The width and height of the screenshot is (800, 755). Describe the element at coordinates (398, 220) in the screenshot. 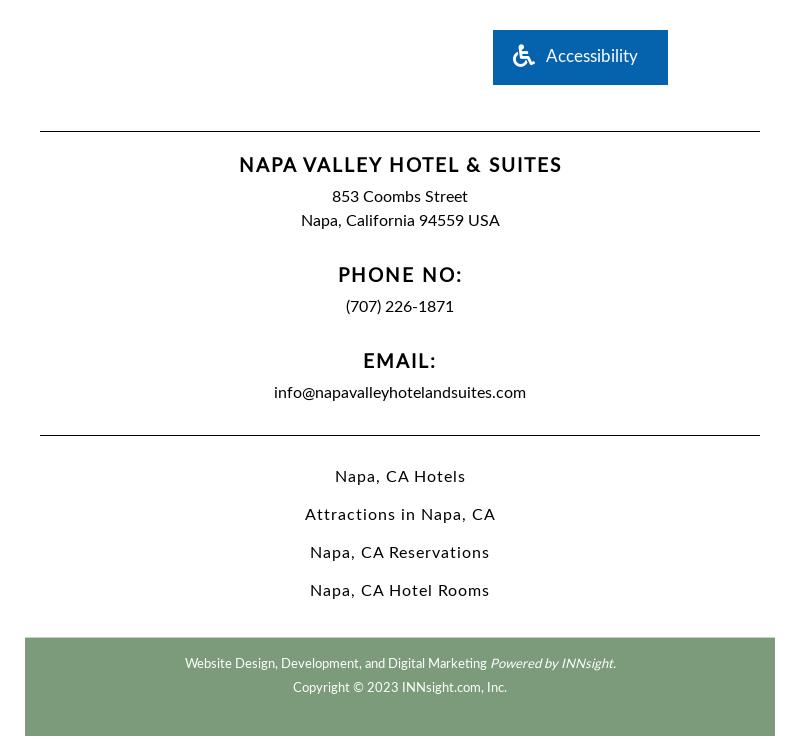

I see `'Napa, California                                                94559 USA'` at that location.